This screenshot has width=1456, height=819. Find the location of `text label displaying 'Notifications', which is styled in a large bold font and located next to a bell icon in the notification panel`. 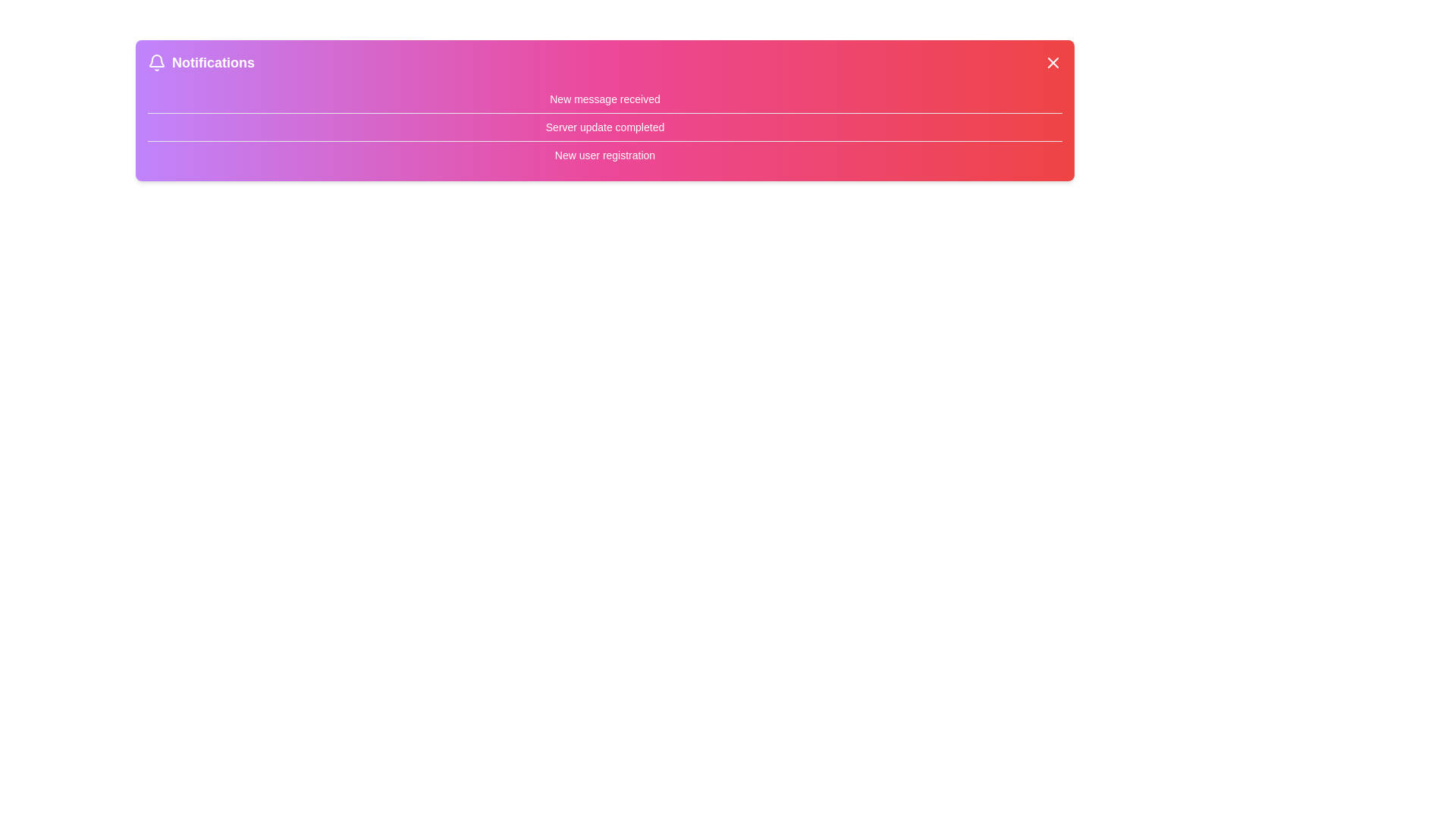

text label displaying 'Notifications', which is styled in a large bold font and located next to a bell icon in the notification panel is located at coordinates (212, 62).